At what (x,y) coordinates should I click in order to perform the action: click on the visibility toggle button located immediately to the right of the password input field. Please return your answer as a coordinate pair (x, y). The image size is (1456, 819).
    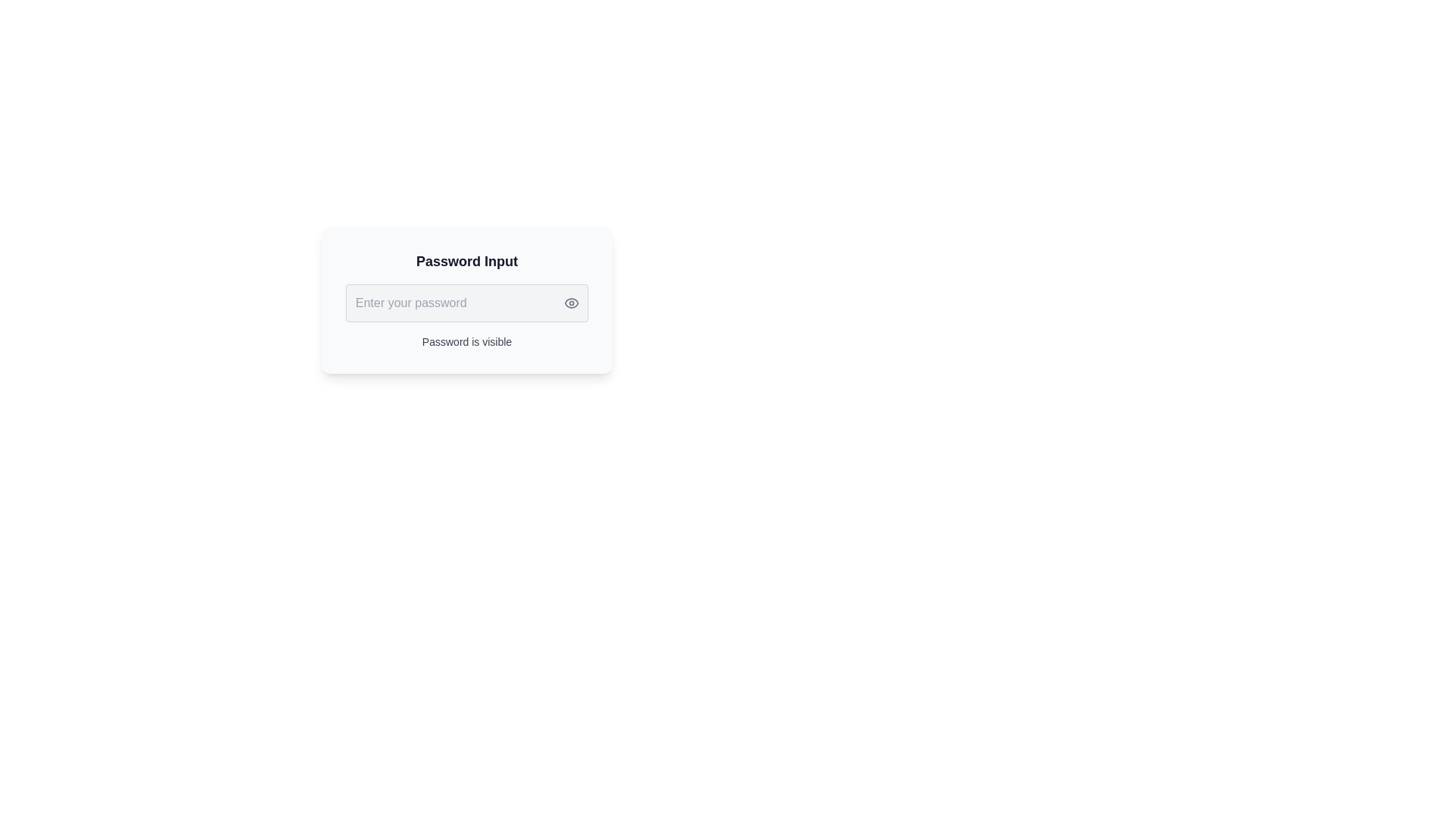
    Looking at the image, I should click on (570, 303).